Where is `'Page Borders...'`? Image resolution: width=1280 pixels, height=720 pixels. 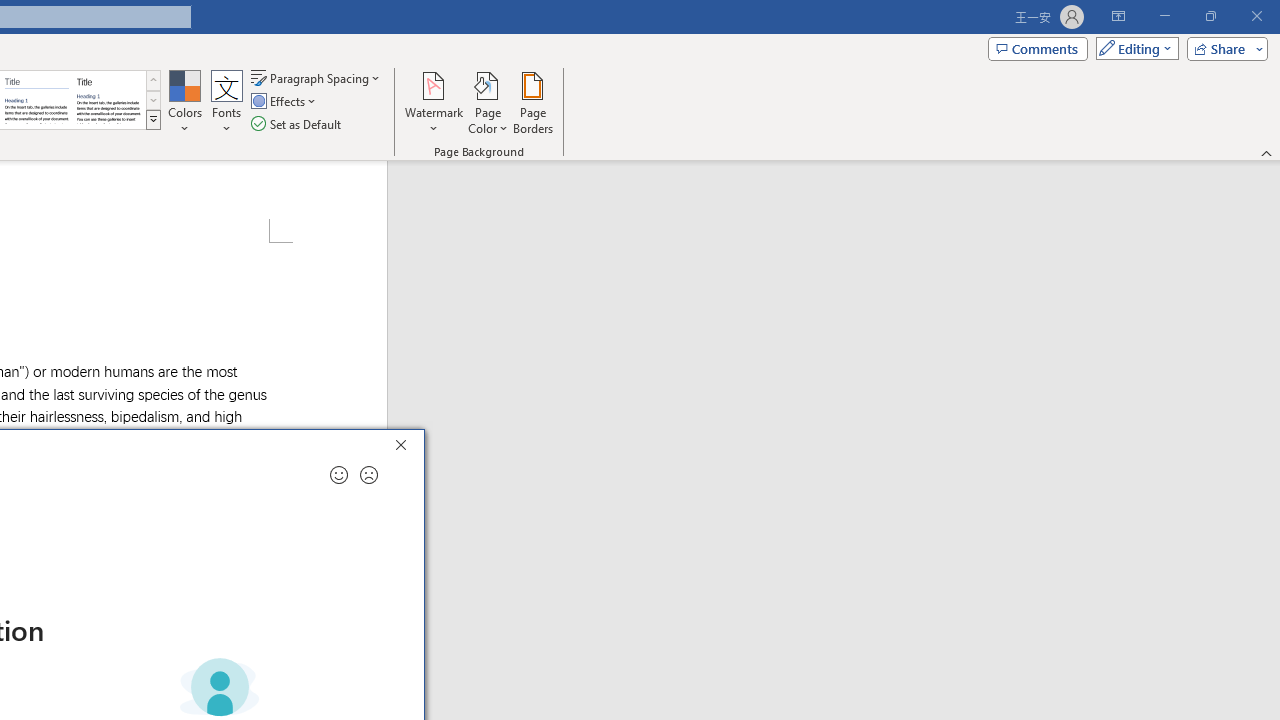 'Page Borders...' is located at coordinates (533, 103).